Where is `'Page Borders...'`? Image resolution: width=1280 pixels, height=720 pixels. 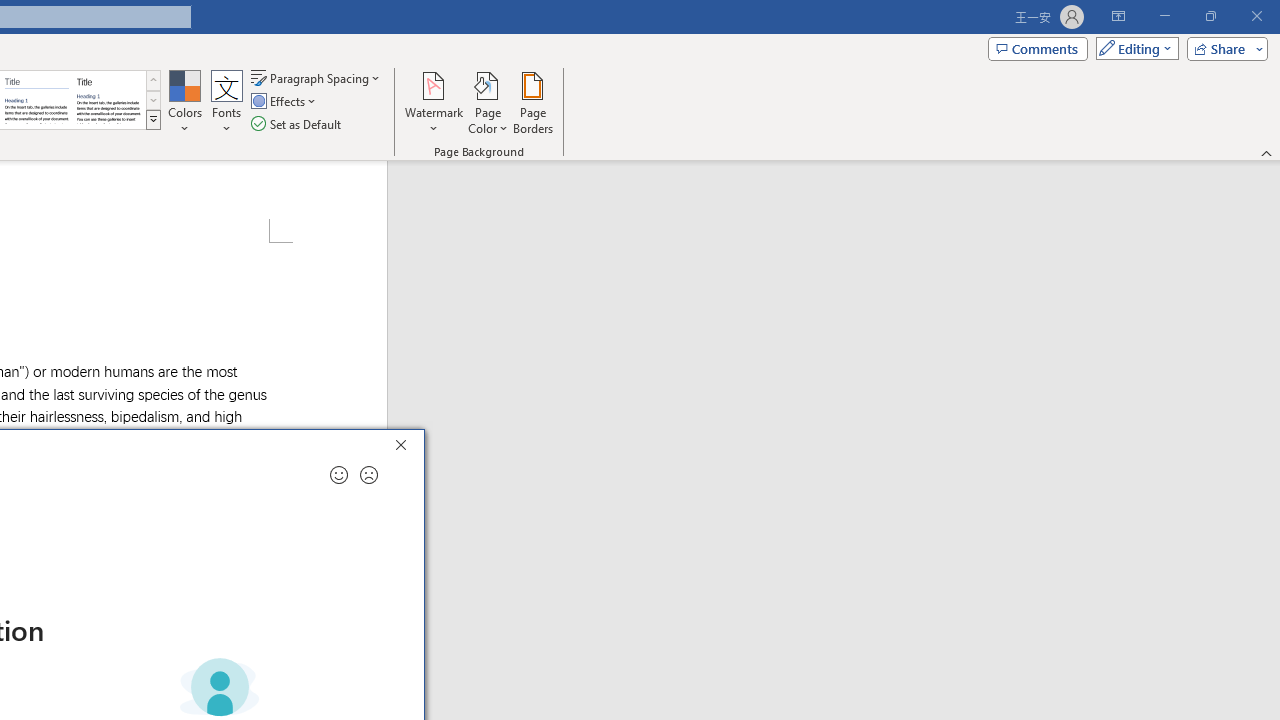 'Page Borders...' is located at coordinates (533, 103).